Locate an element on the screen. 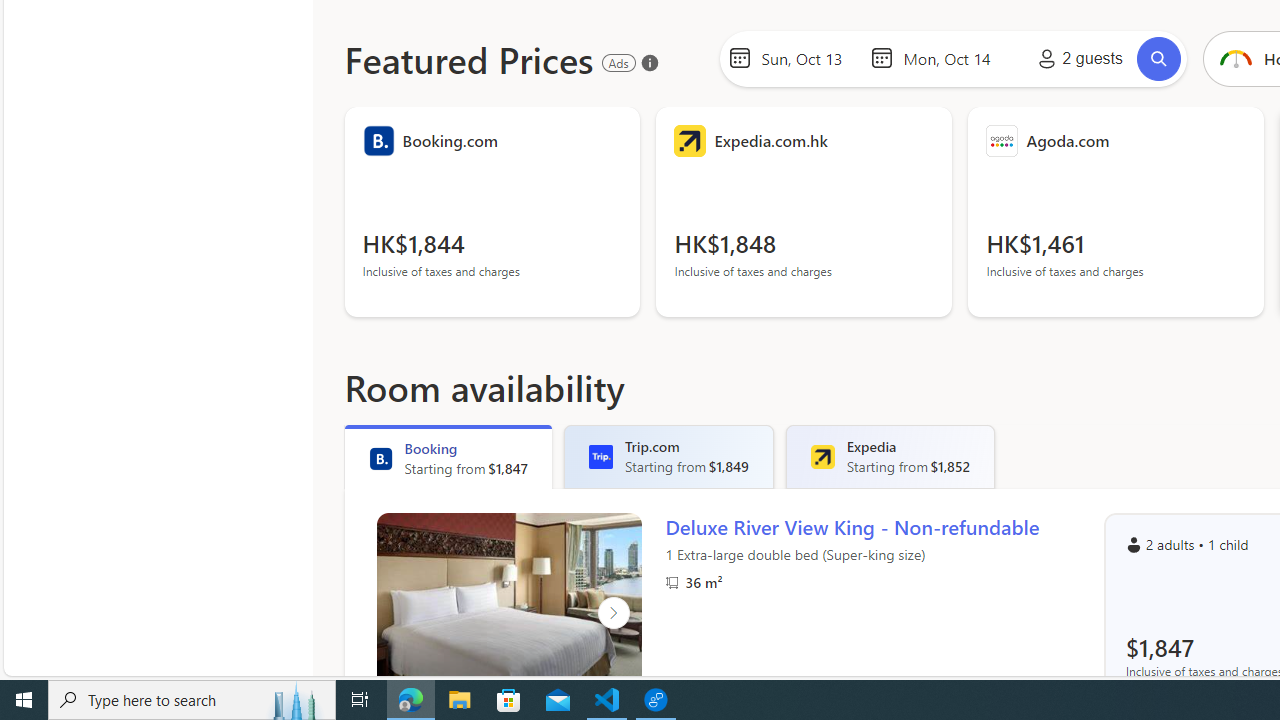  'Click to scroll right' is located at coordinates (612, 612).